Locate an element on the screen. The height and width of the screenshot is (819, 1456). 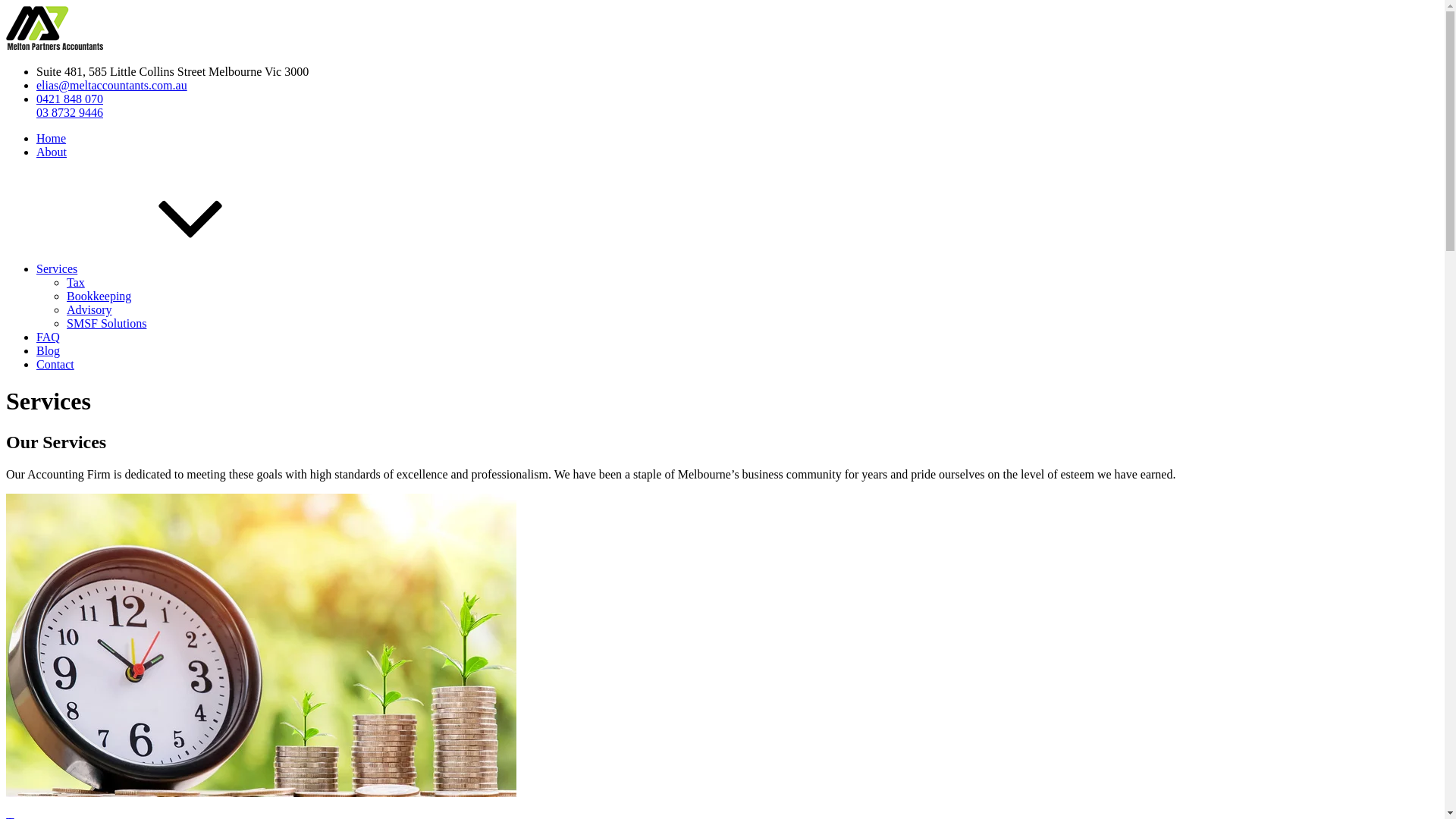
'Services' is located at coordinates (36, 268).